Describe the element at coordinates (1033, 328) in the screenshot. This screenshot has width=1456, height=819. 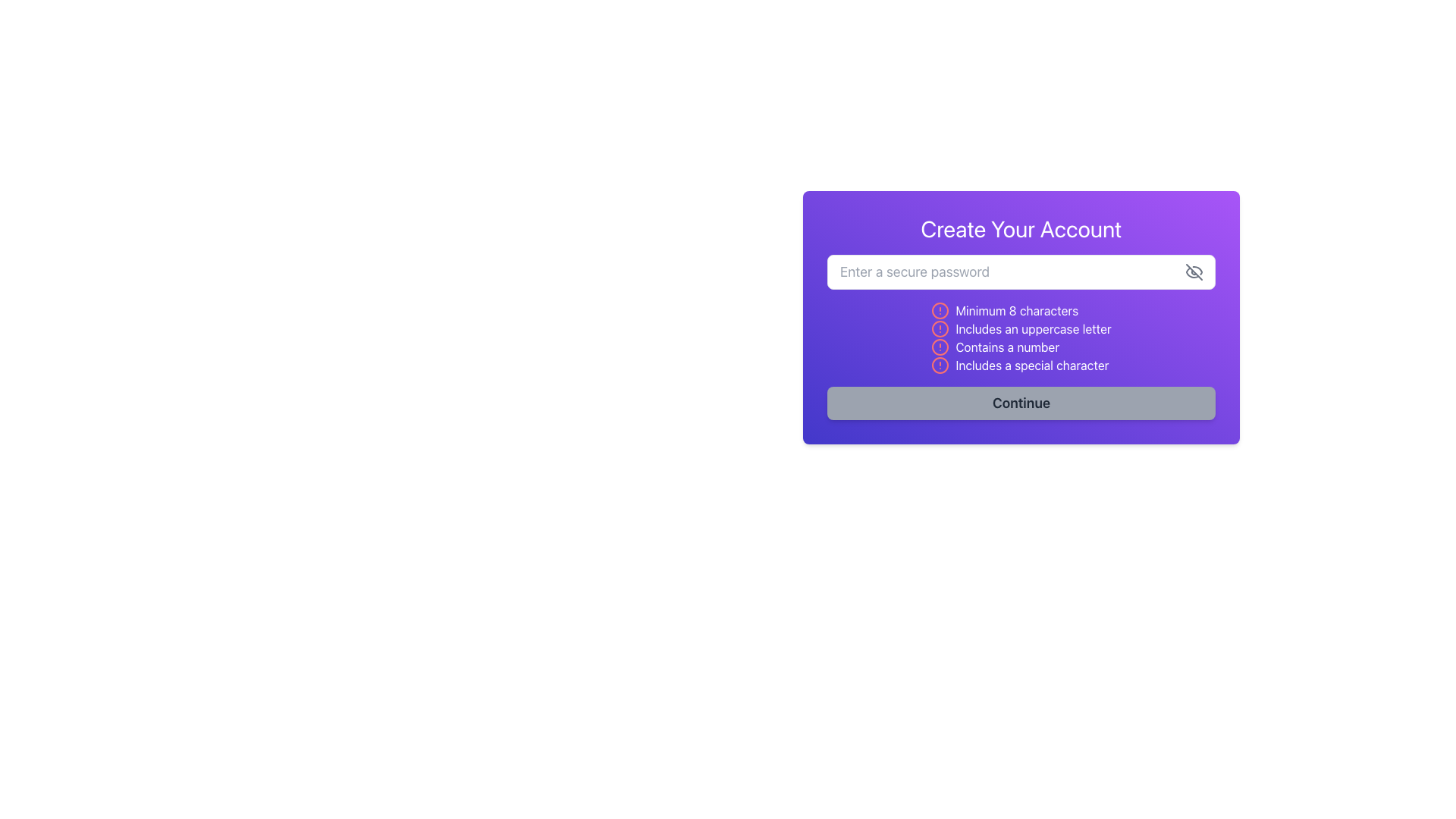
I see `the static text label stating 'Includes an uppercase letter,' which is styled in white font on a purple background and positioned as the second item in the list of password requirements` at that location.